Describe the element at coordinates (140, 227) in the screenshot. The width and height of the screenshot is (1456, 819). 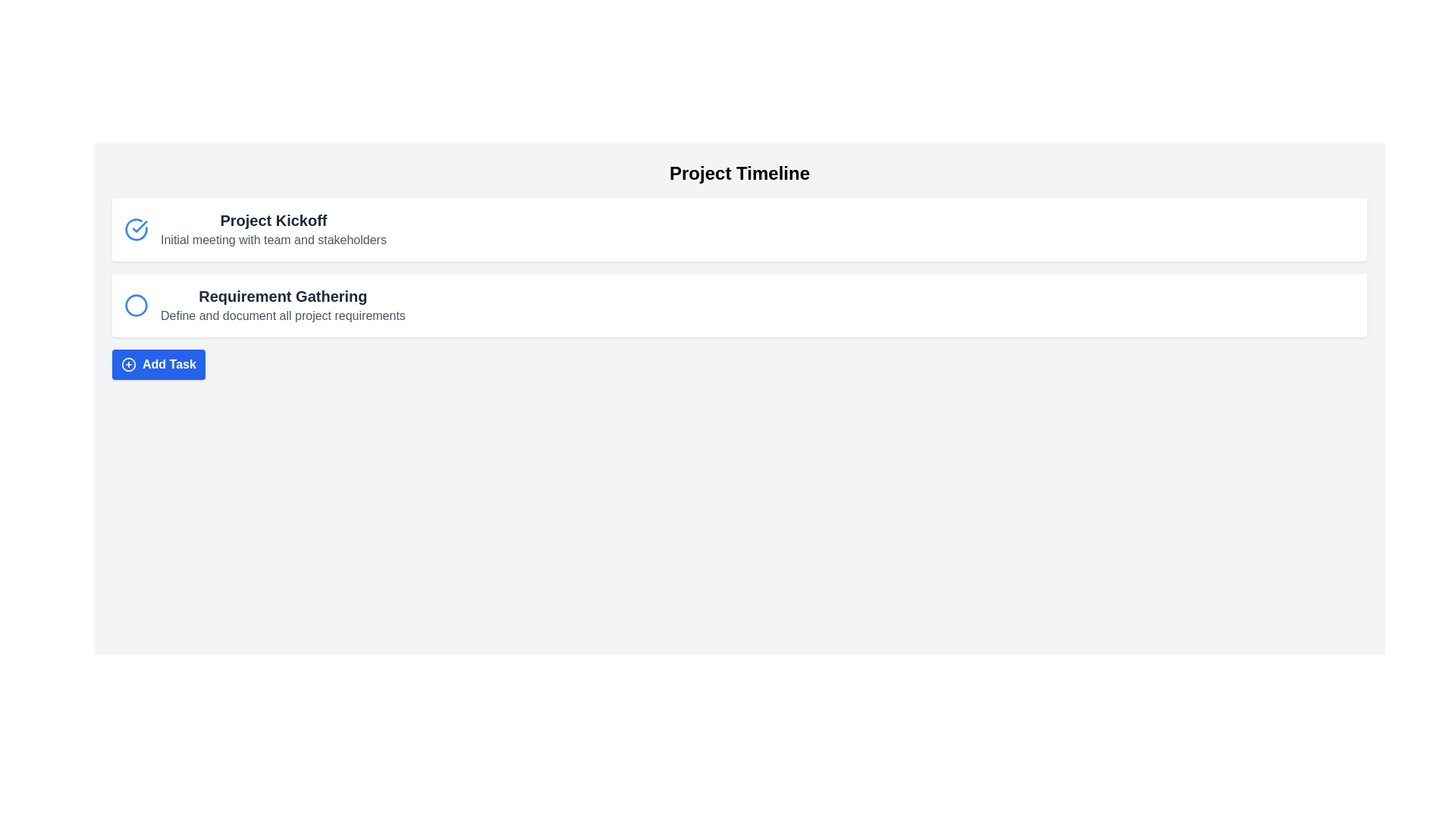
I see `the checkmark icon with a thin blue stroke located to the left of the text 'Project Kickoff' in the task list` at that location.